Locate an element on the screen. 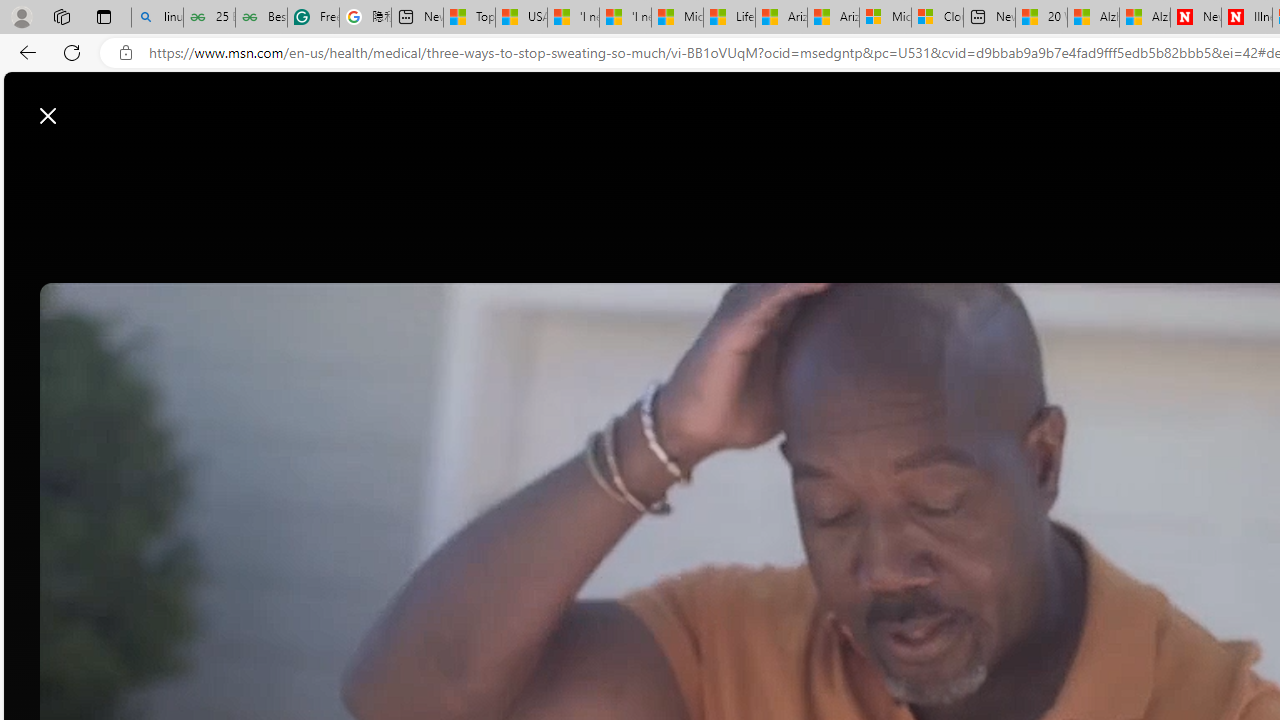  'Top Stories - MSN' is located at coordinates (468, 17).